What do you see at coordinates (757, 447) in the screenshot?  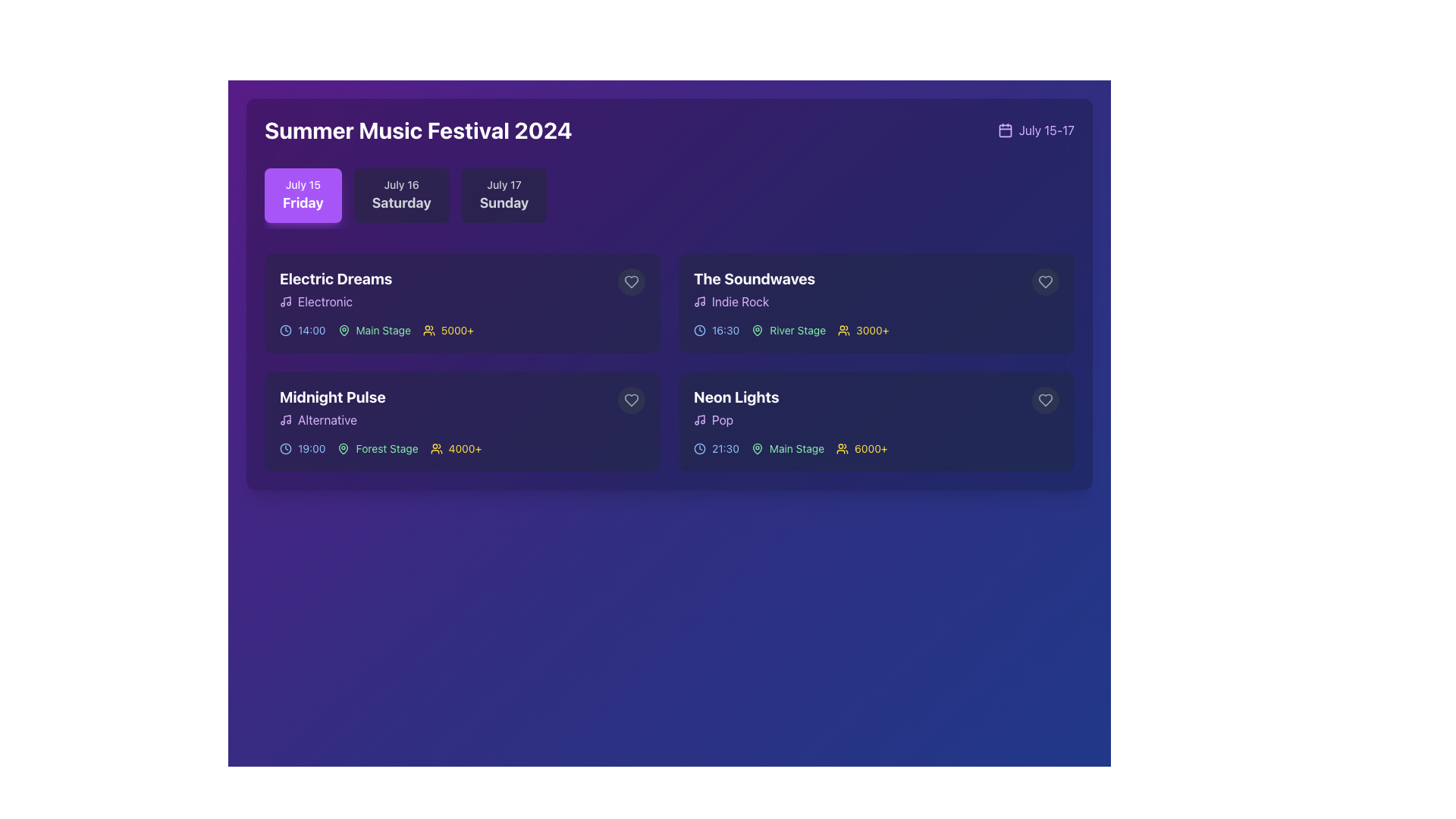 I see `the decorative icon located in the second row, second column card associated with 'Main Stage' in the 'Neon Lights' event listing` at bounding box center [757, 447].